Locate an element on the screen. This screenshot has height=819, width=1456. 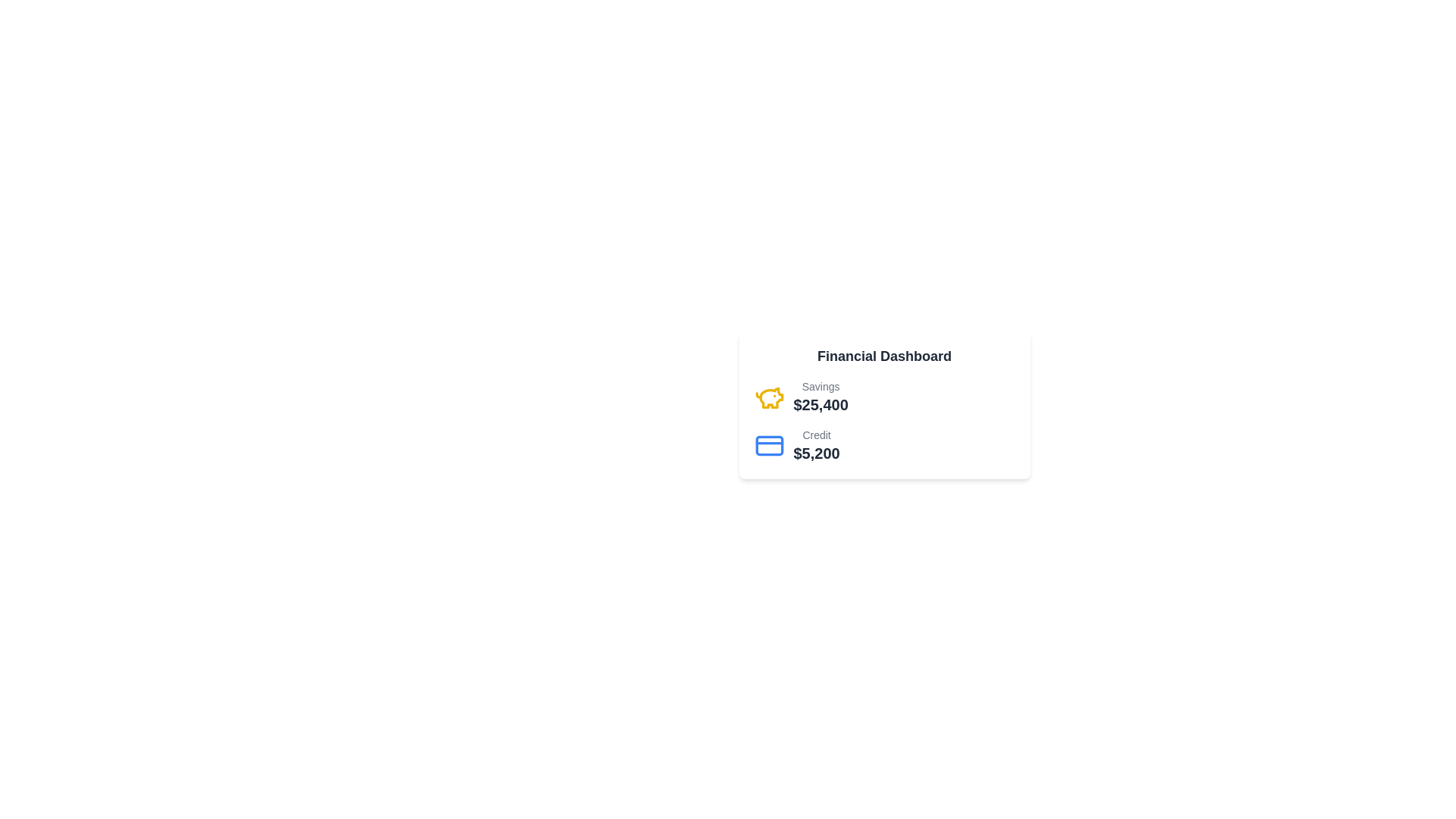
displayed value of the bold numeral '$5,200' located within the financial dashboard, directly beneath the 'Credit' label is located at coordinates (816, 452).